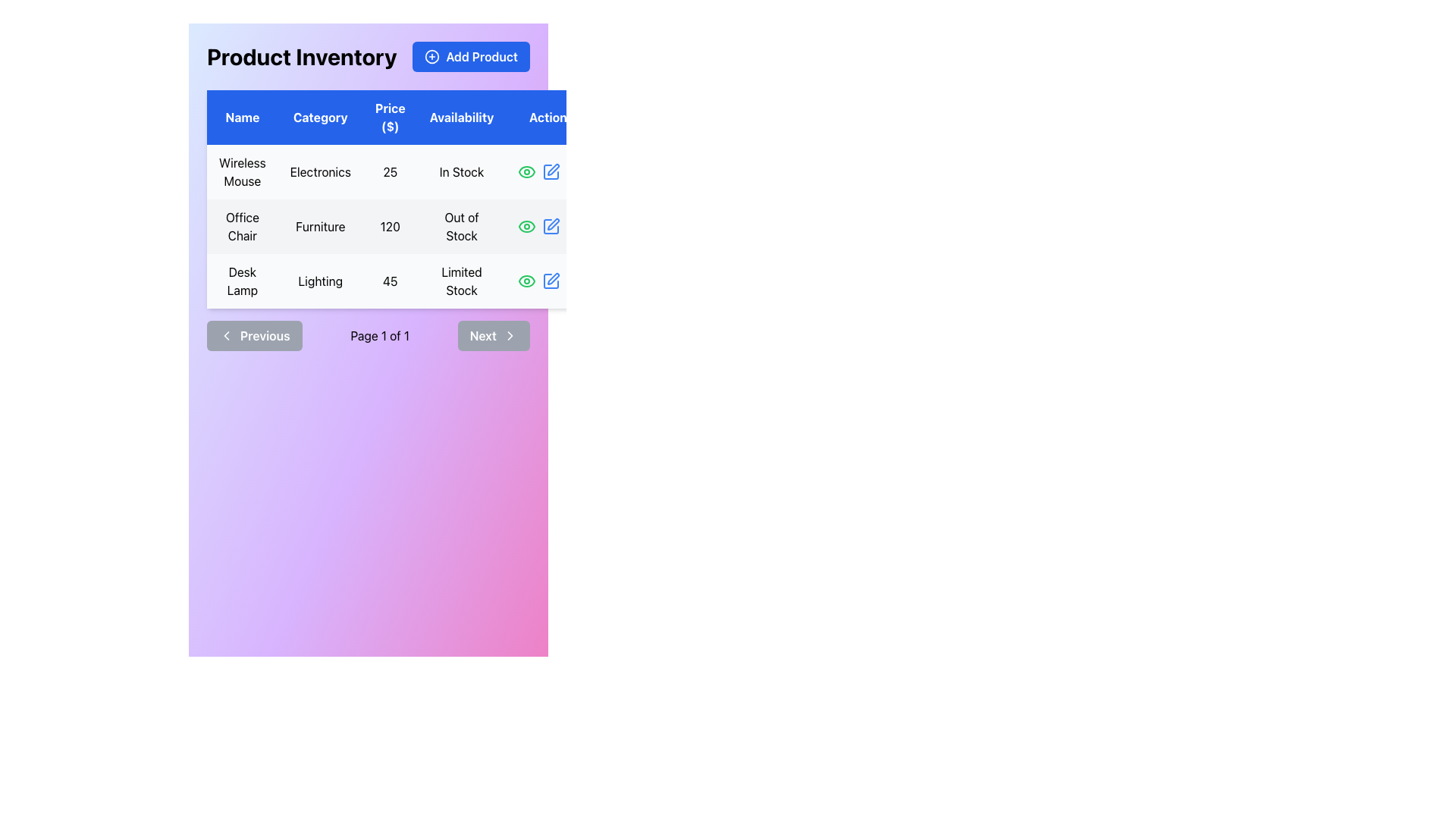 Image resolution: width=1456 pixels, height=819 pixels. I want to click on the blue pencil icon in the 'Actions' column of the inventory table for editing the product details of the 'Desk Lamp' entry, so click(551, 281).